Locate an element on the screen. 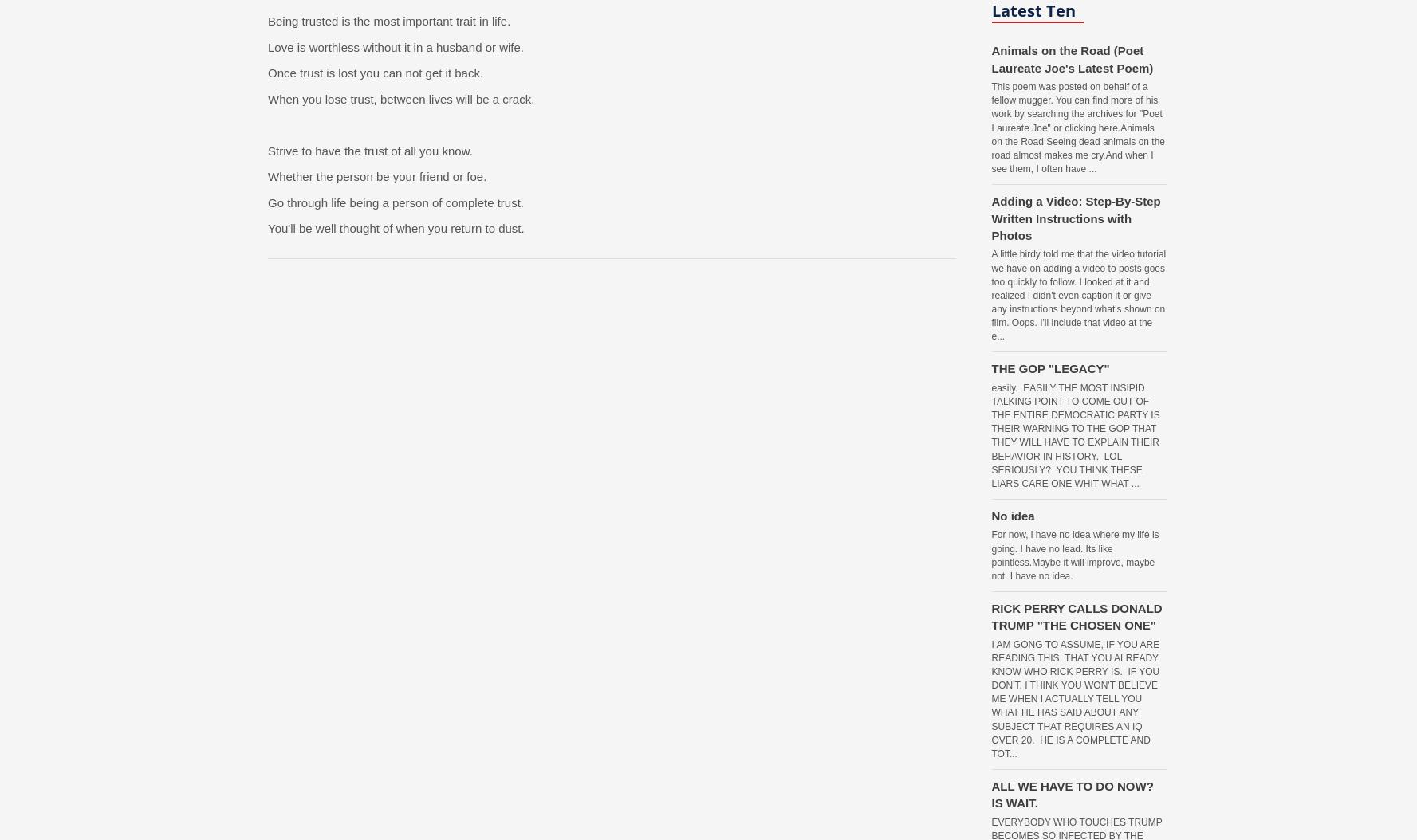  'Being trusted is the most important trait in life.' is located at coordinates (388, 21).